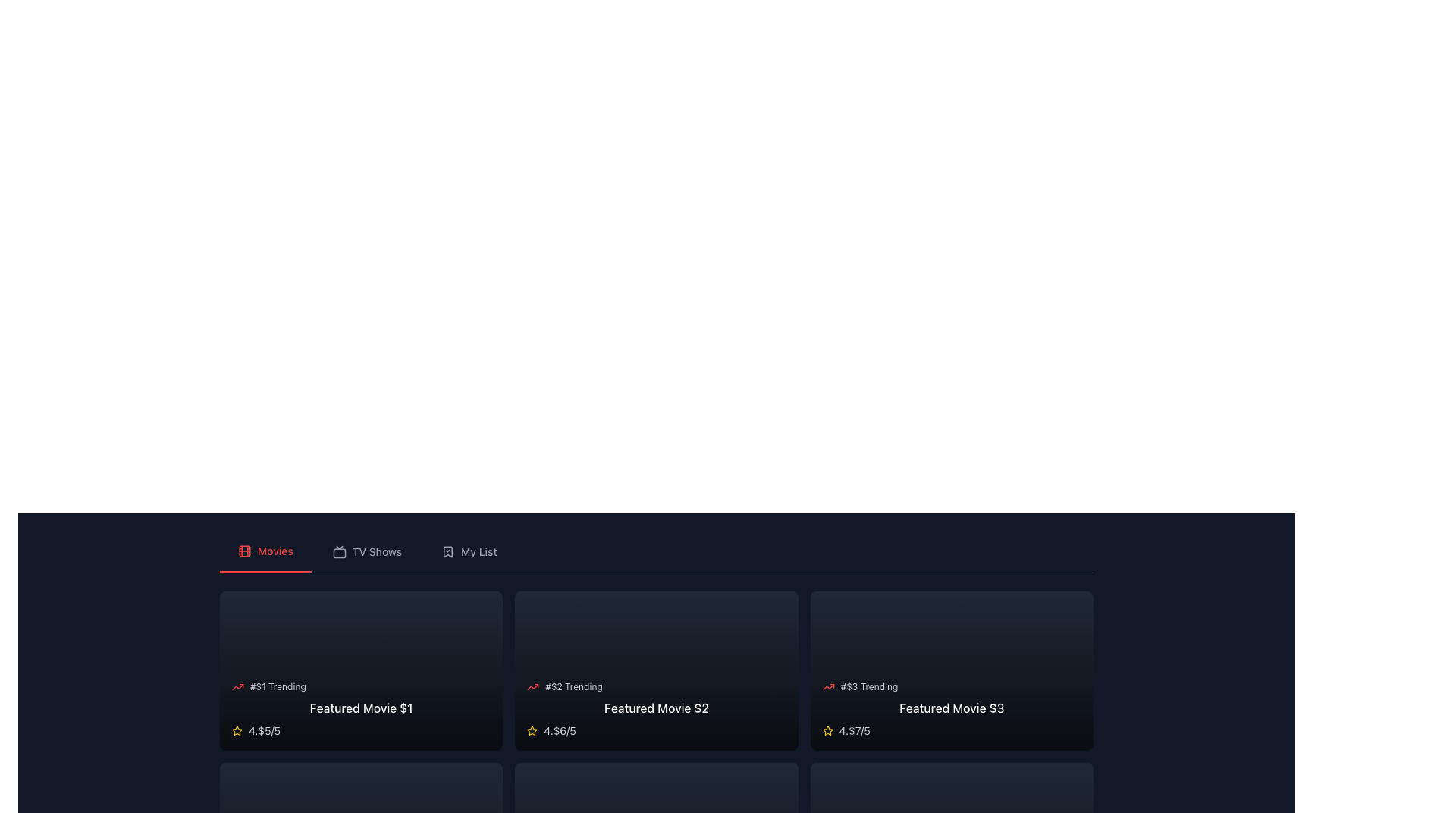 The image size is (1456, 819). Describe the element at coordinates (265, 730) in the screenshot. I see `the average user rating text label located immediately to the right of the yellow star icon in the 'Featured Movie $1' card` at that location.